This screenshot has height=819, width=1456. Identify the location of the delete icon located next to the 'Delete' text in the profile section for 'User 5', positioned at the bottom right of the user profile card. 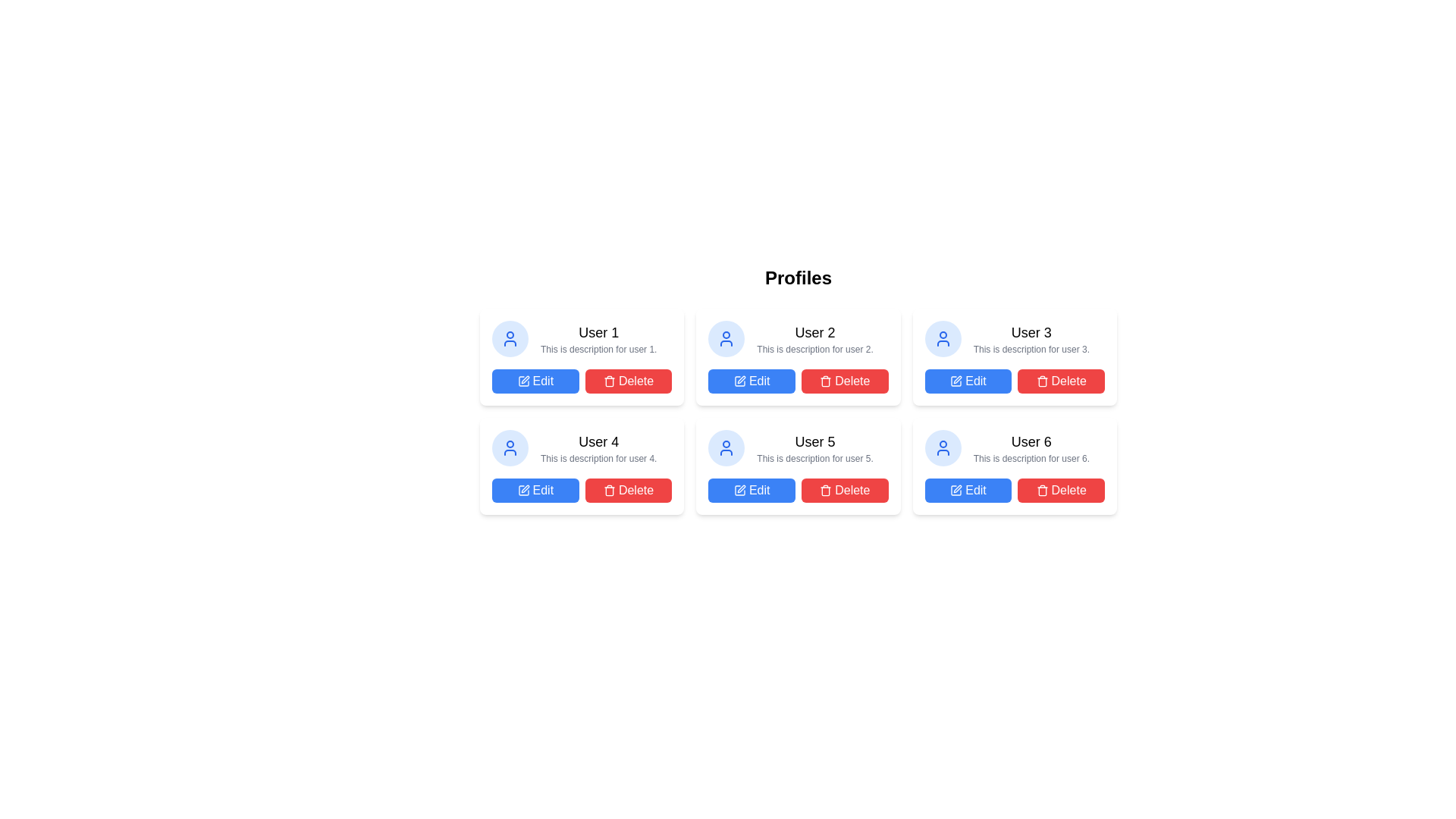
(825, 380).